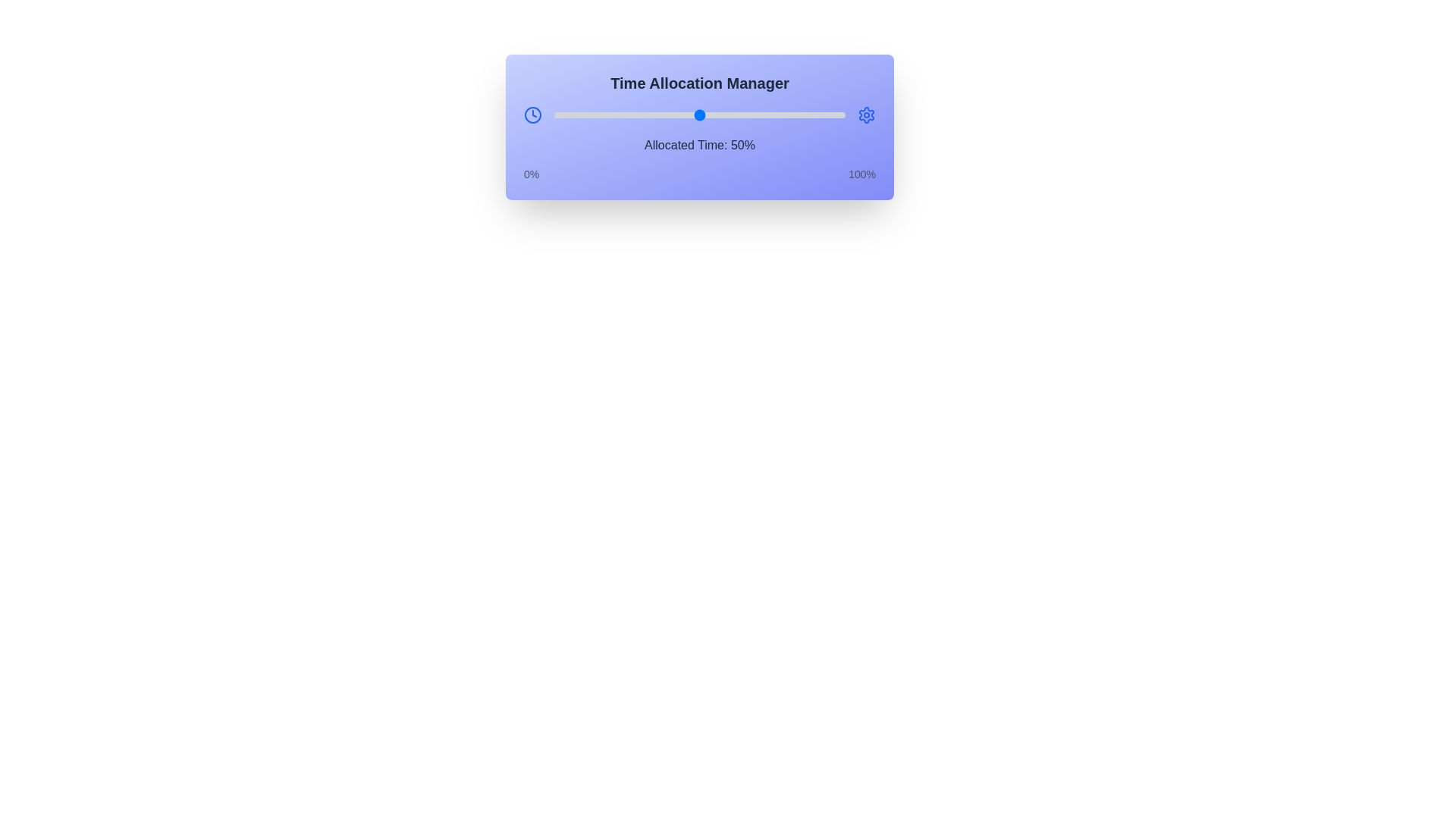 This screenshot has width=1456, height=819. Describe the element at coordinates (801, 114) in the screenshot. I see `the slider to set the allocated time to 85%` at that location.